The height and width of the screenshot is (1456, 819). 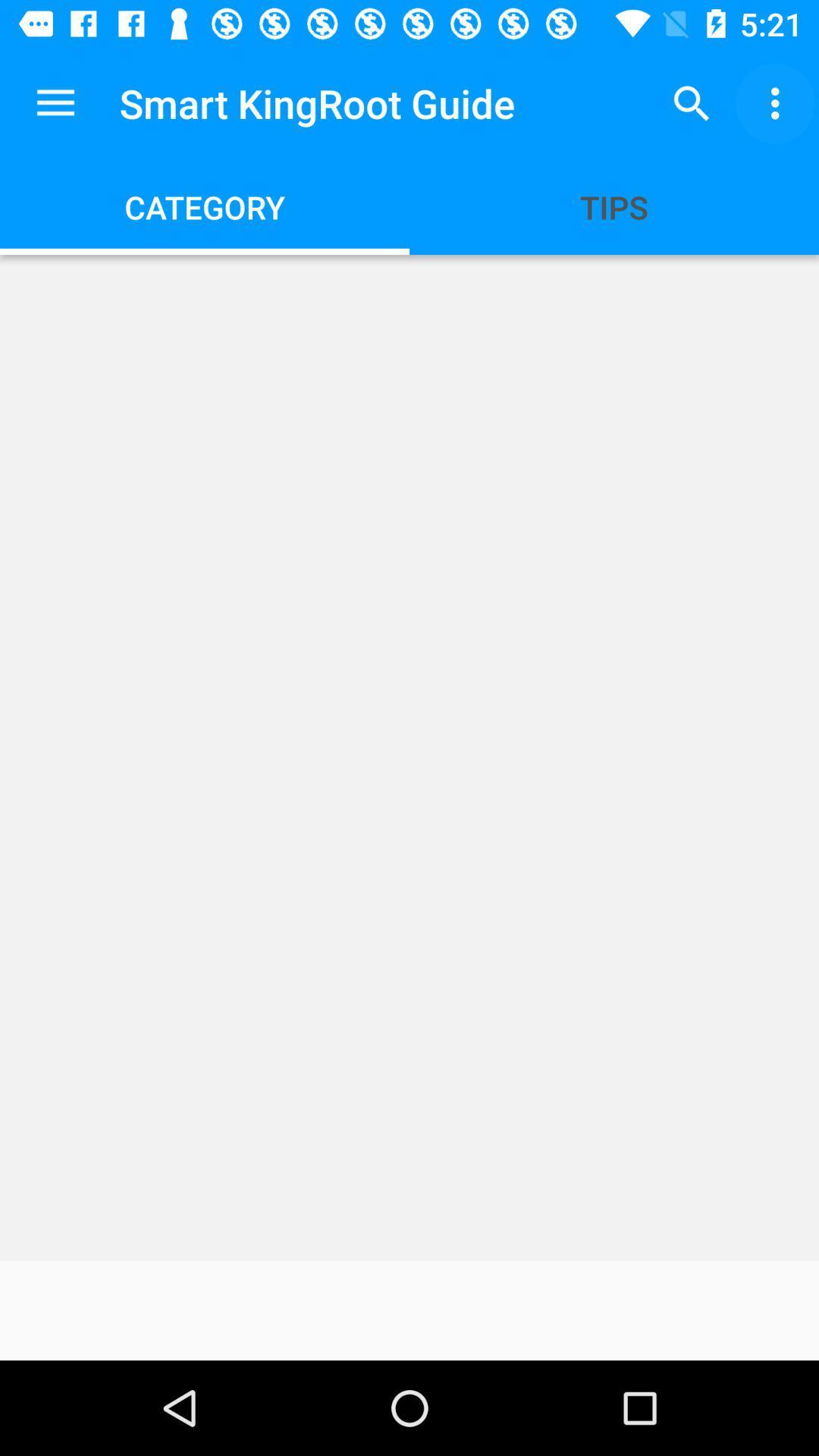 I want to click on item next to smart kingroot guide, so click(x=691, y=102).